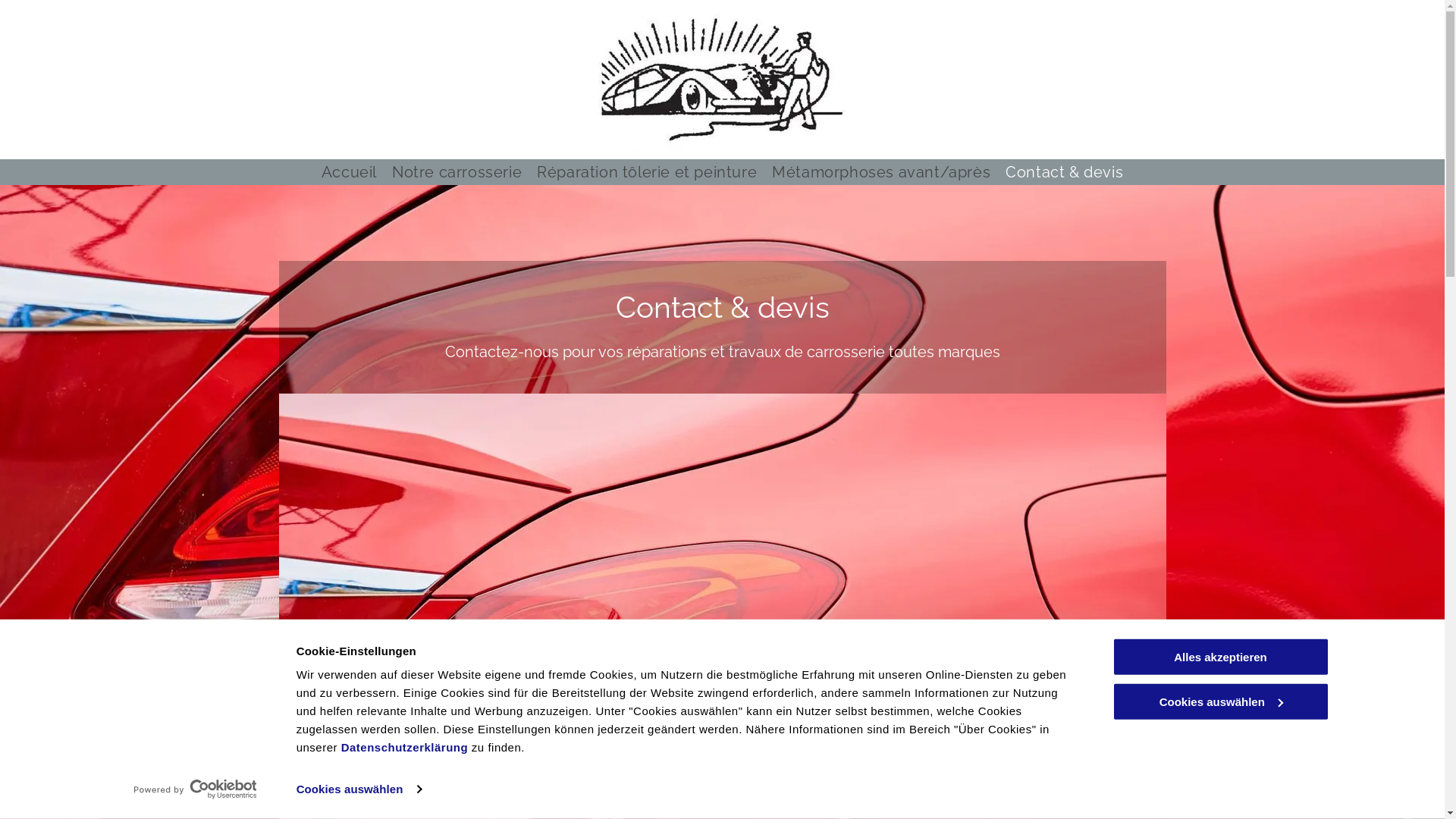 Image resolution: width=1456 pixels, height=819 pixels. Describe the element at coordinates (312, 171) in the screenshot. I see `'Accueil'` at that location.